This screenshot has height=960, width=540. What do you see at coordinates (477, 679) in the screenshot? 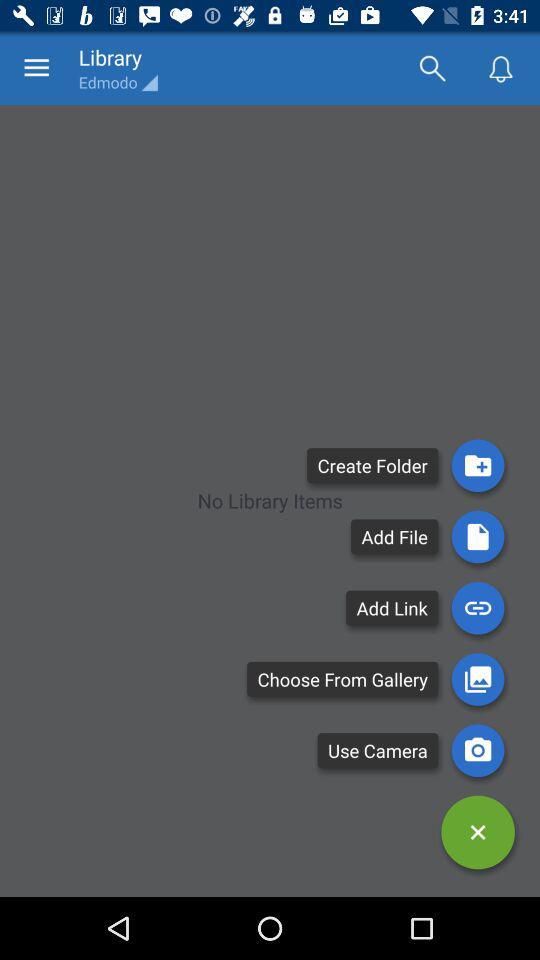
I see `choose from gallery` at bounding box center [477, 679].